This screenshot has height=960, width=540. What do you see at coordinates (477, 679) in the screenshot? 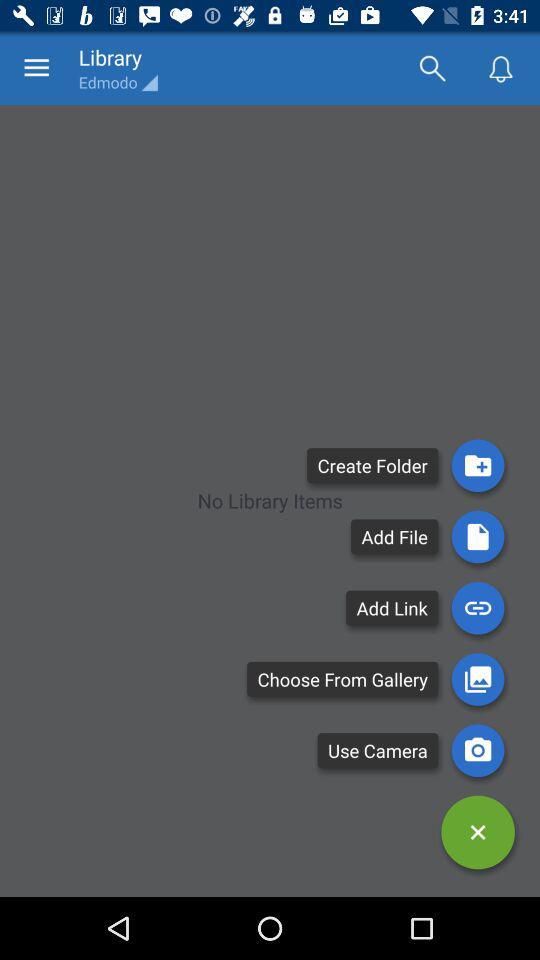
I see `choose from gallery` at bounding box center [477, 679].